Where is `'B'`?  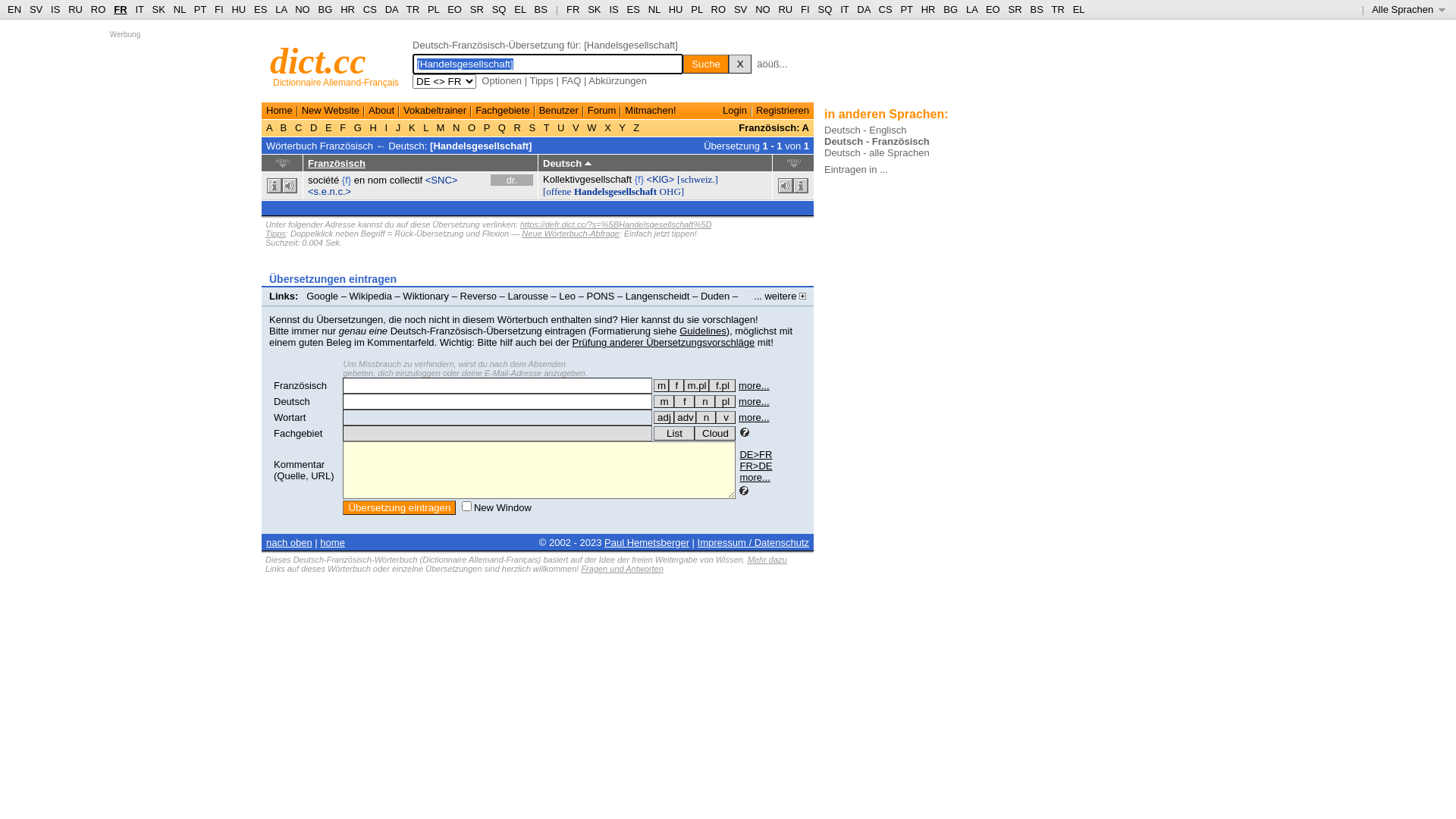 'B' is located at coordinates (284, 127).